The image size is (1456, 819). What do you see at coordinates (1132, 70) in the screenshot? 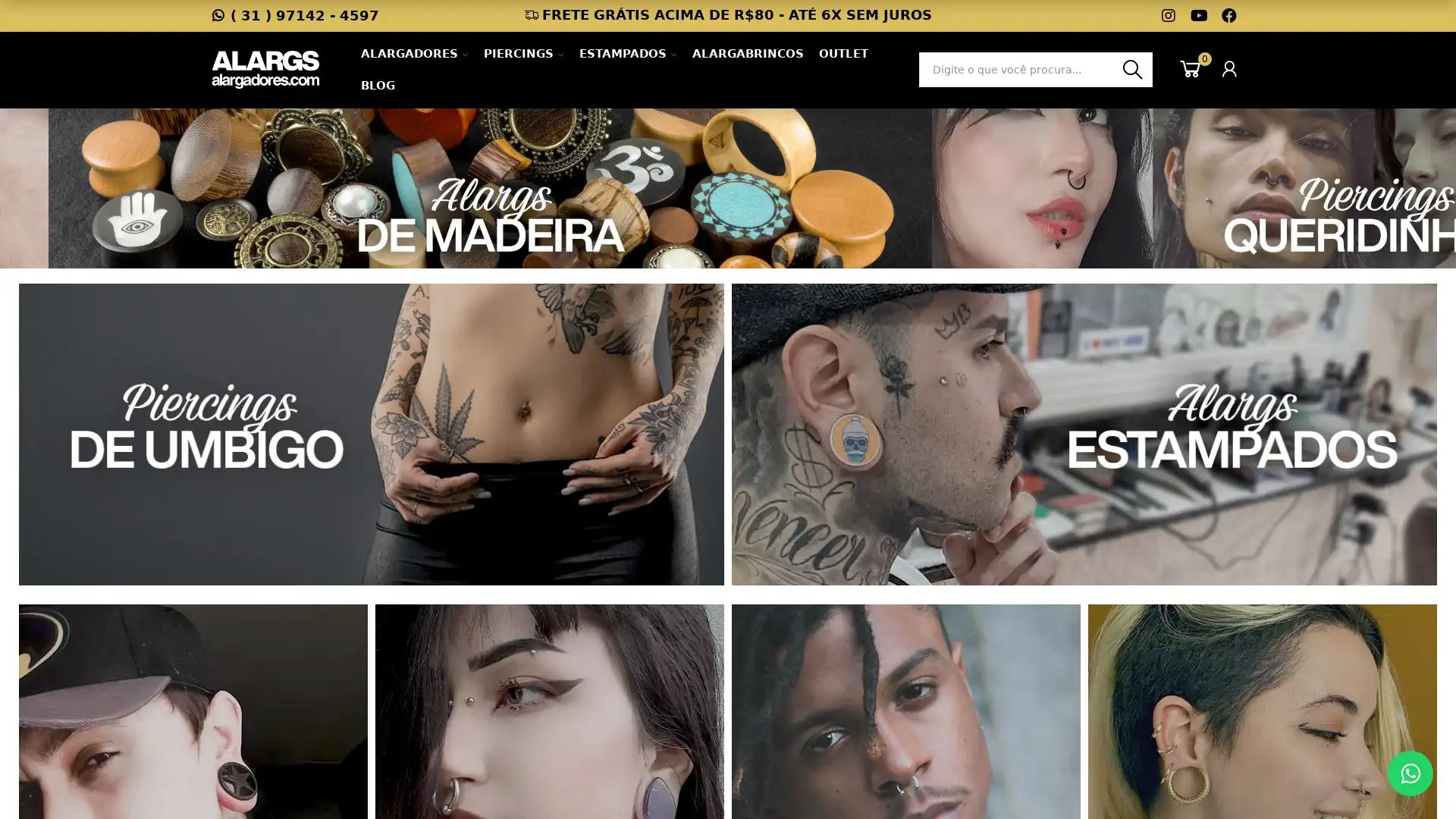
I see `Busca` at bounding box center [1132, 70].